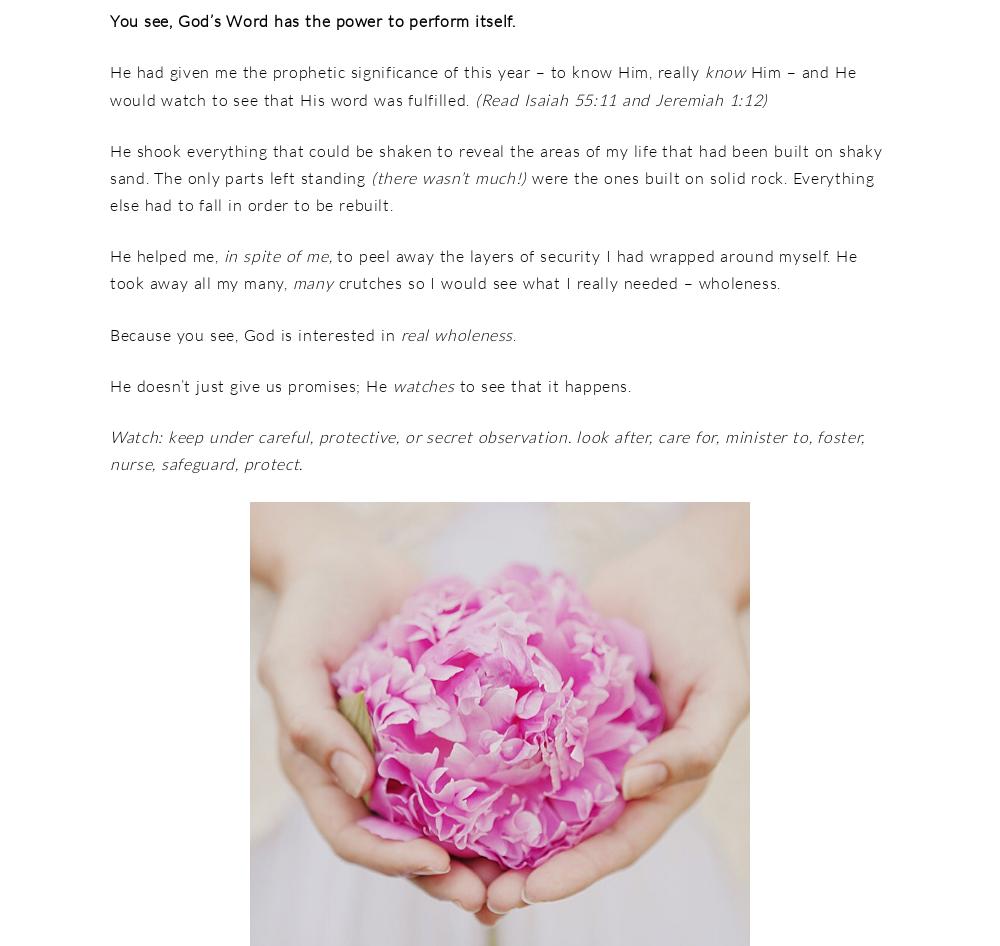 The image size is (1000, 946). Describe the element at coordinates (482, 268) in the screenshot. I see `'to peel away the layers of security I had wrapped around myself. He took away all my many,'` at that location.